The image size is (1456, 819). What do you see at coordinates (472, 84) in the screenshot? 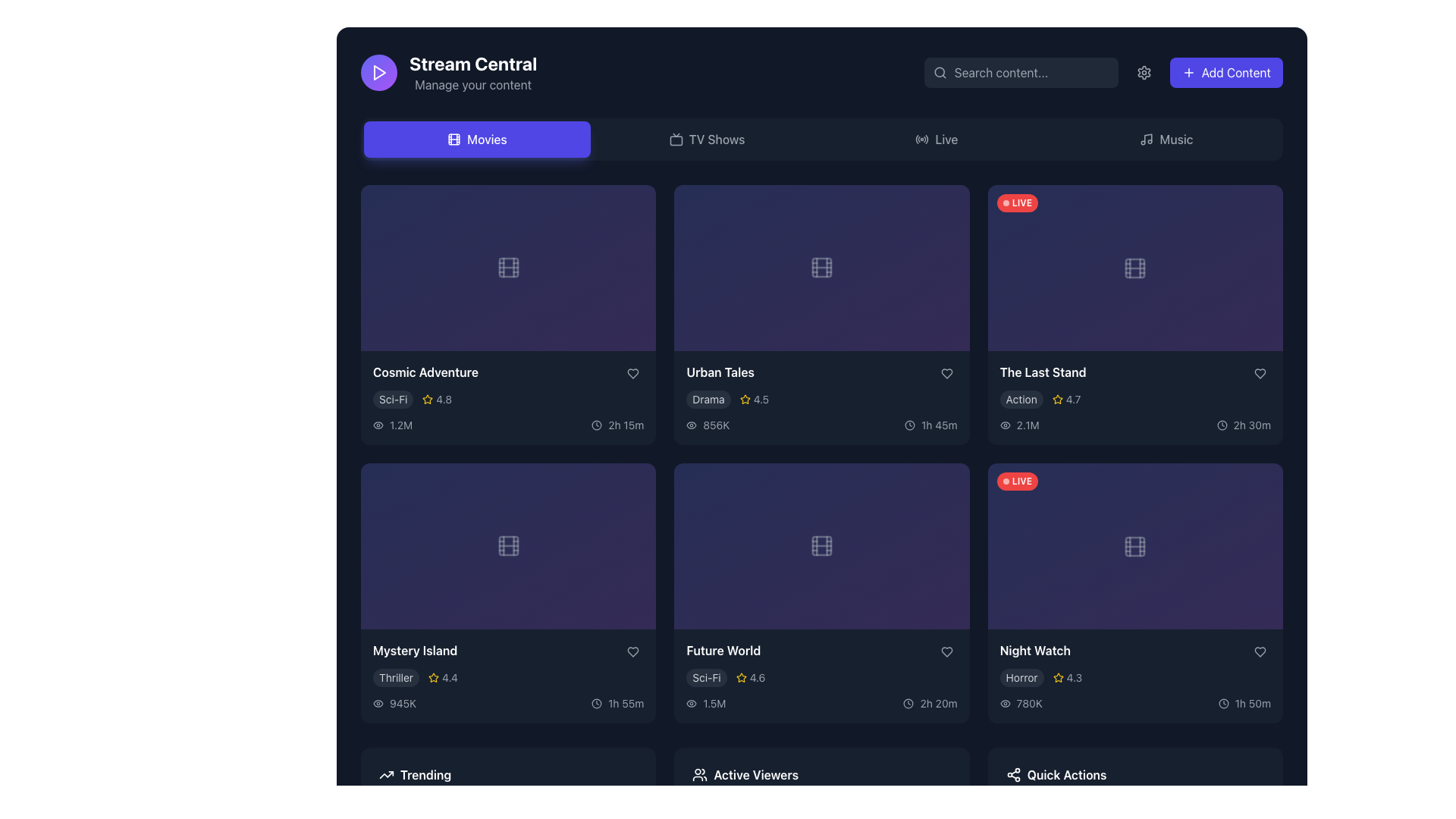
I see `the text label that states 'Manage your content', which is styled in gray and positioned below the 'Stream Central' heading` at bounding box center [472, 84].